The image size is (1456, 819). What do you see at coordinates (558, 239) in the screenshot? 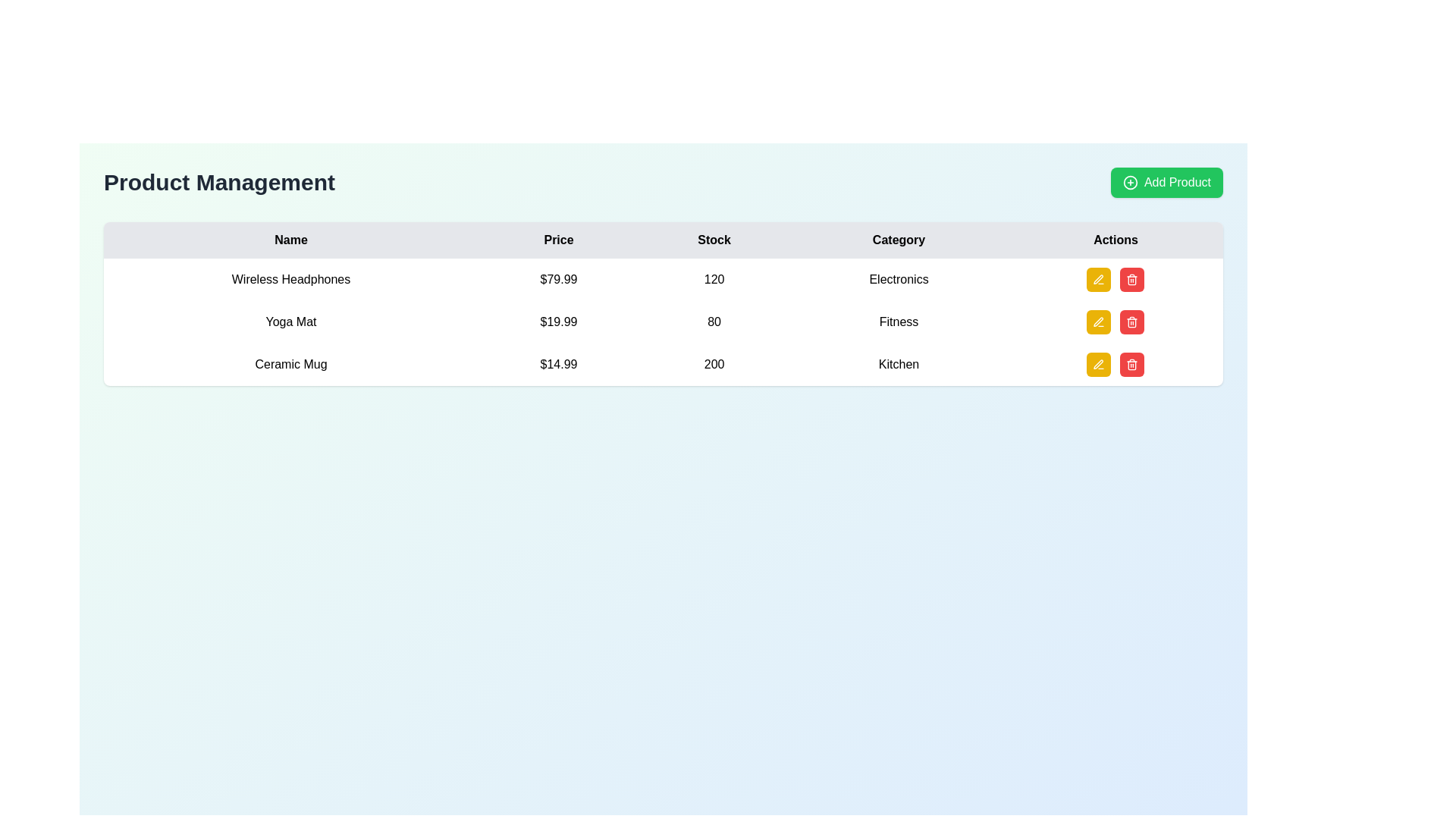
I see `the static text header labeled 'Price', which is centrally located in the upper-middle section of the interface between the 'Name' and 'Stock' columns` at bounding box center [558, 239].